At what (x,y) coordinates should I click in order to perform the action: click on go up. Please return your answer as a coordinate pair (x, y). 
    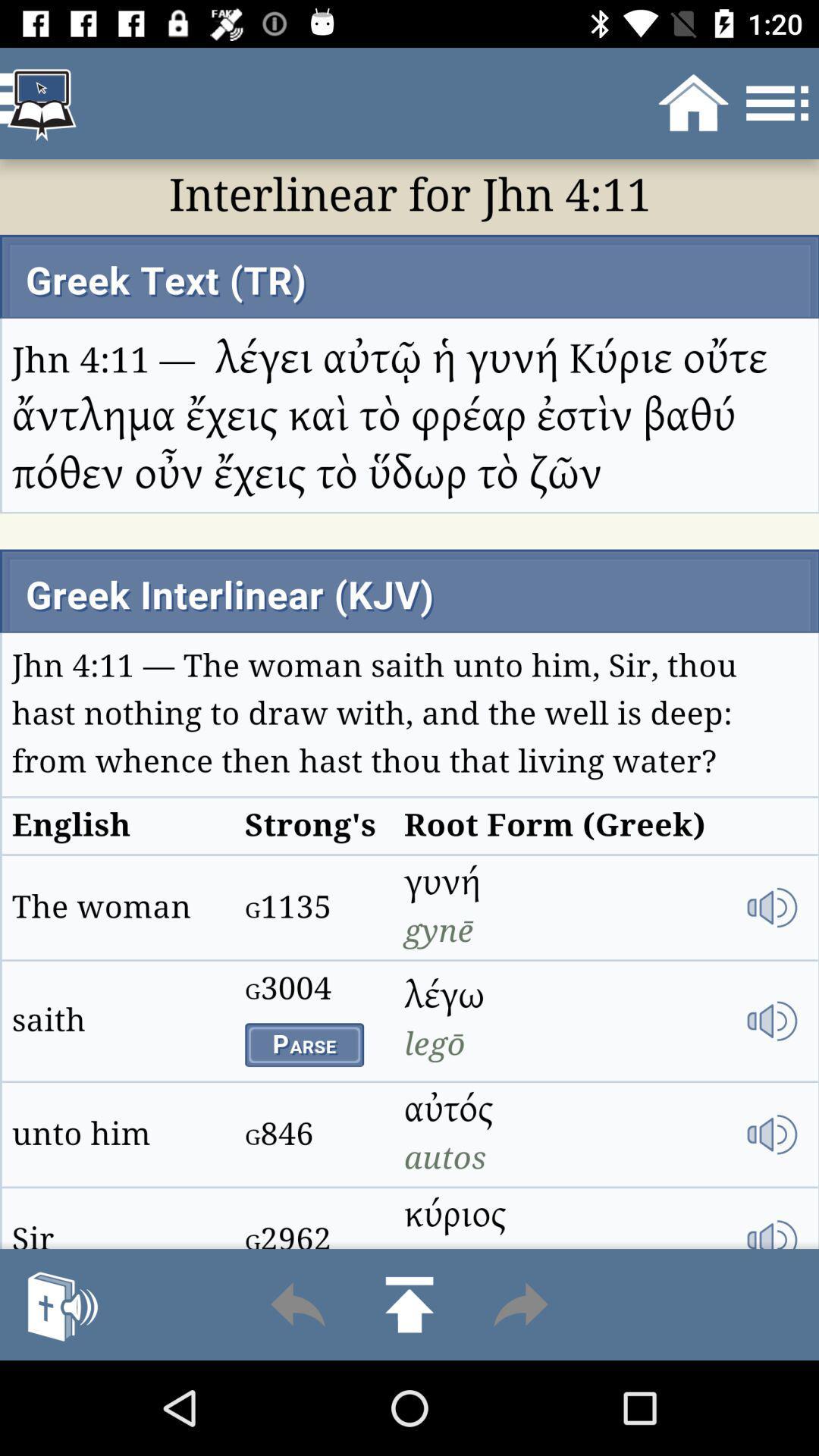
    Looking at the image, I should click on (409, 1304).